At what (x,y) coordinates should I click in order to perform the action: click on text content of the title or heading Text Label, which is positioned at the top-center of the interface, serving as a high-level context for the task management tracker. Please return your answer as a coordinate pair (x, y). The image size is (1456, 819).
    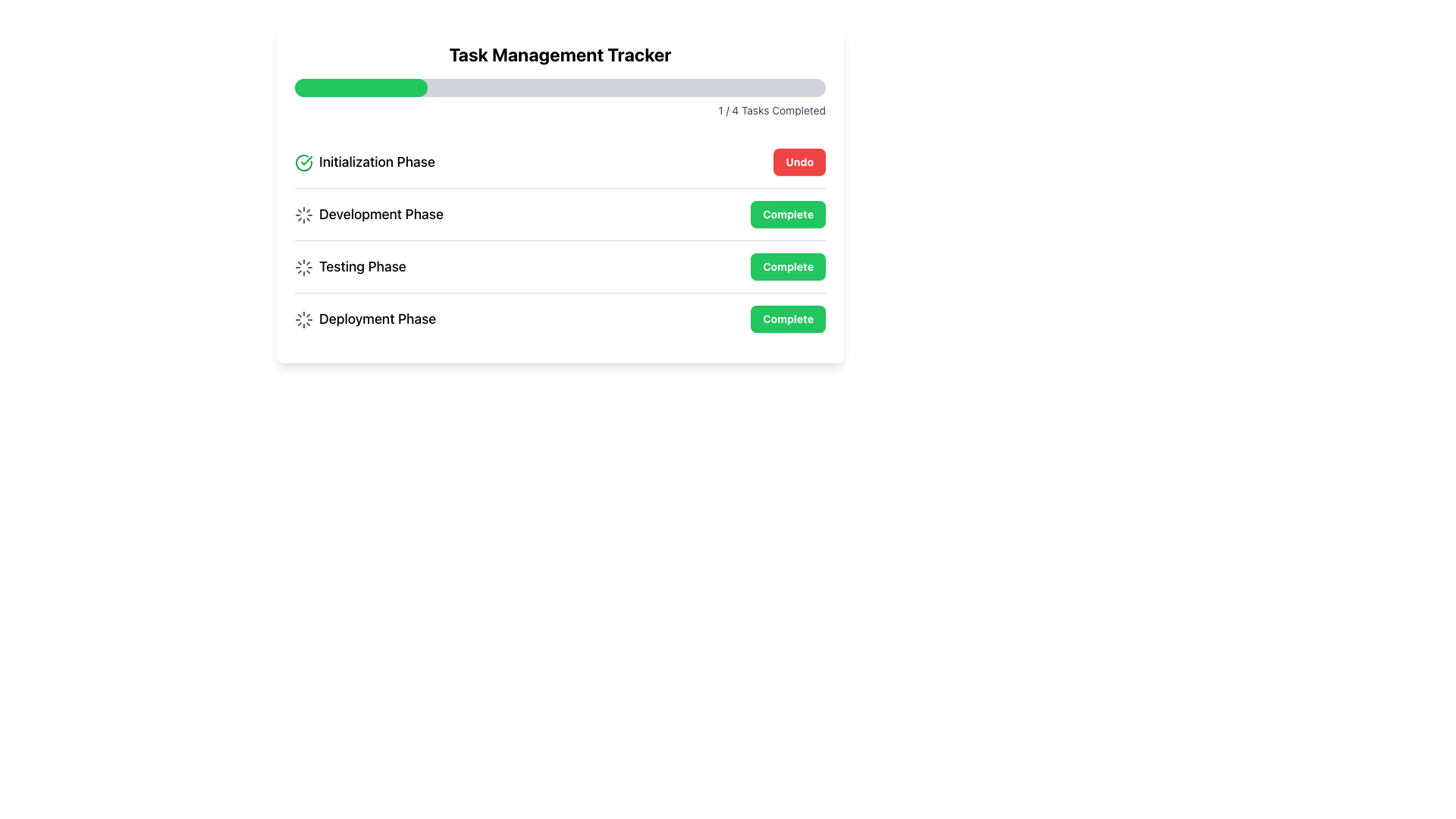
    Looking at the image, I should click on (560, 54).